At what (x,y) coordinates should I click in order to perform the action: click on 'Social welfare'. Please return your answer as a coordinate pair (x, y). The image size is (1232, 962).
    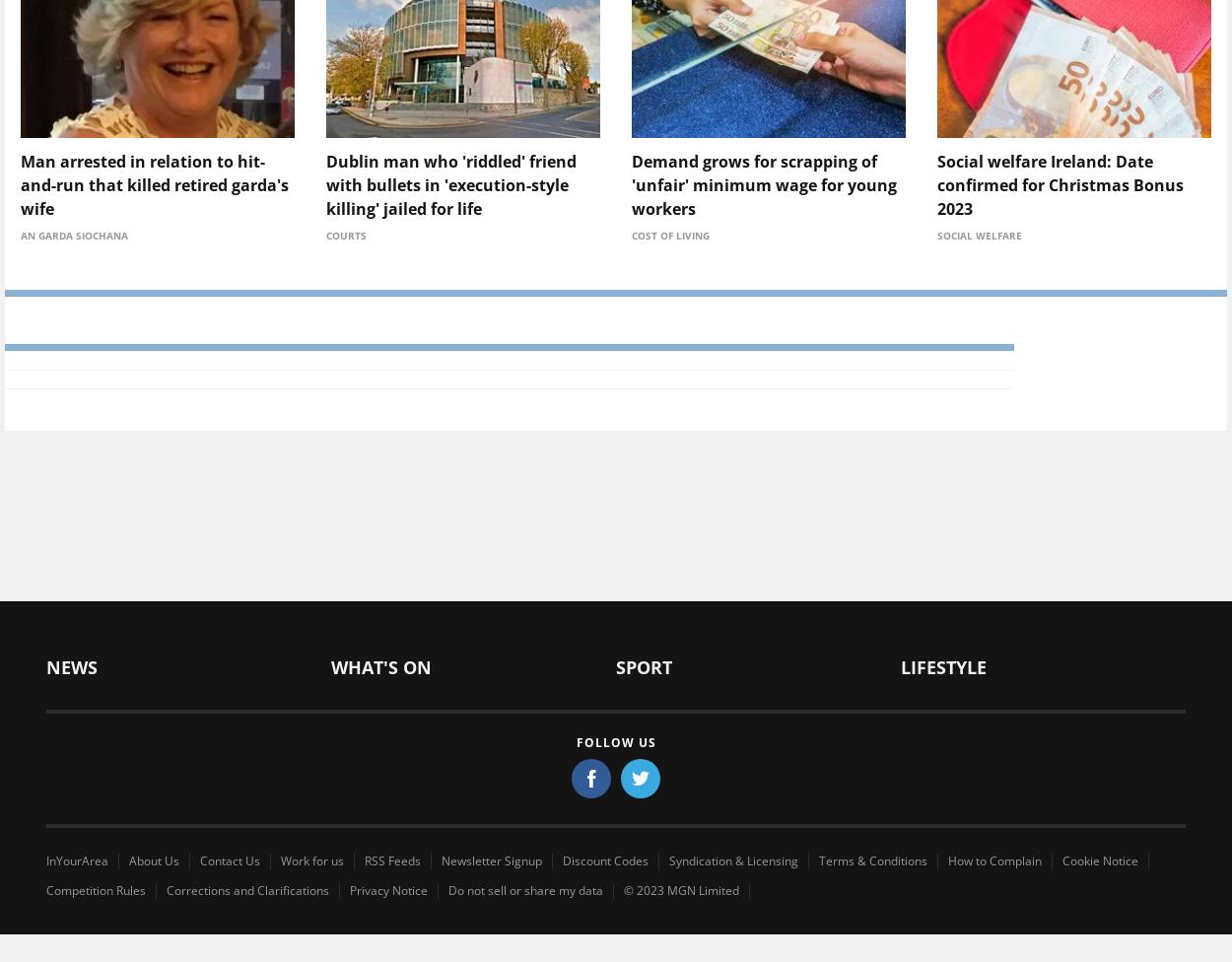
    Looking at the image, I should click on (979, 235).